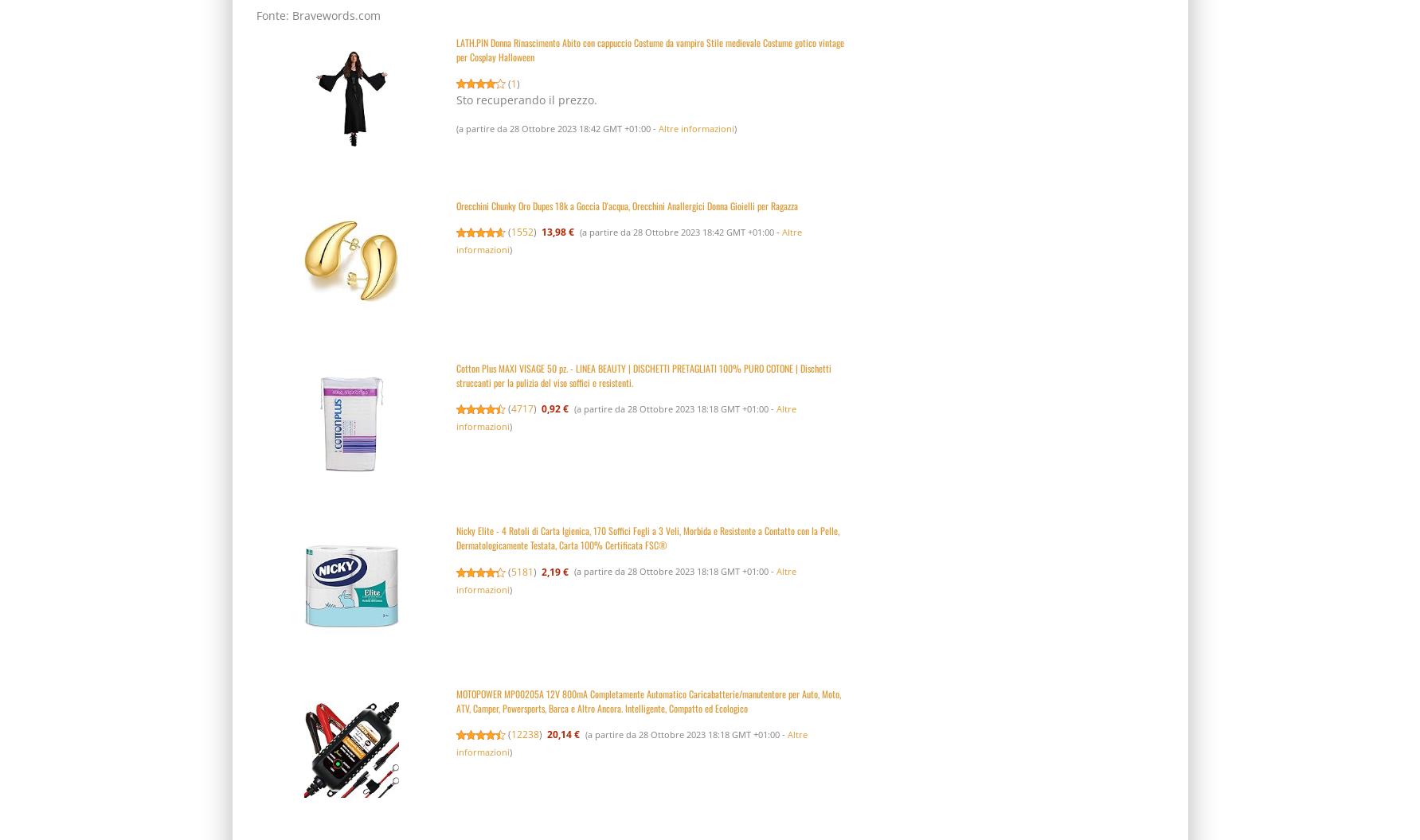 This screenshot has width=1420, height=840. Describe the element at coordinates (562, 733) in the screenshot. I see `'20,14 €'` at that location.